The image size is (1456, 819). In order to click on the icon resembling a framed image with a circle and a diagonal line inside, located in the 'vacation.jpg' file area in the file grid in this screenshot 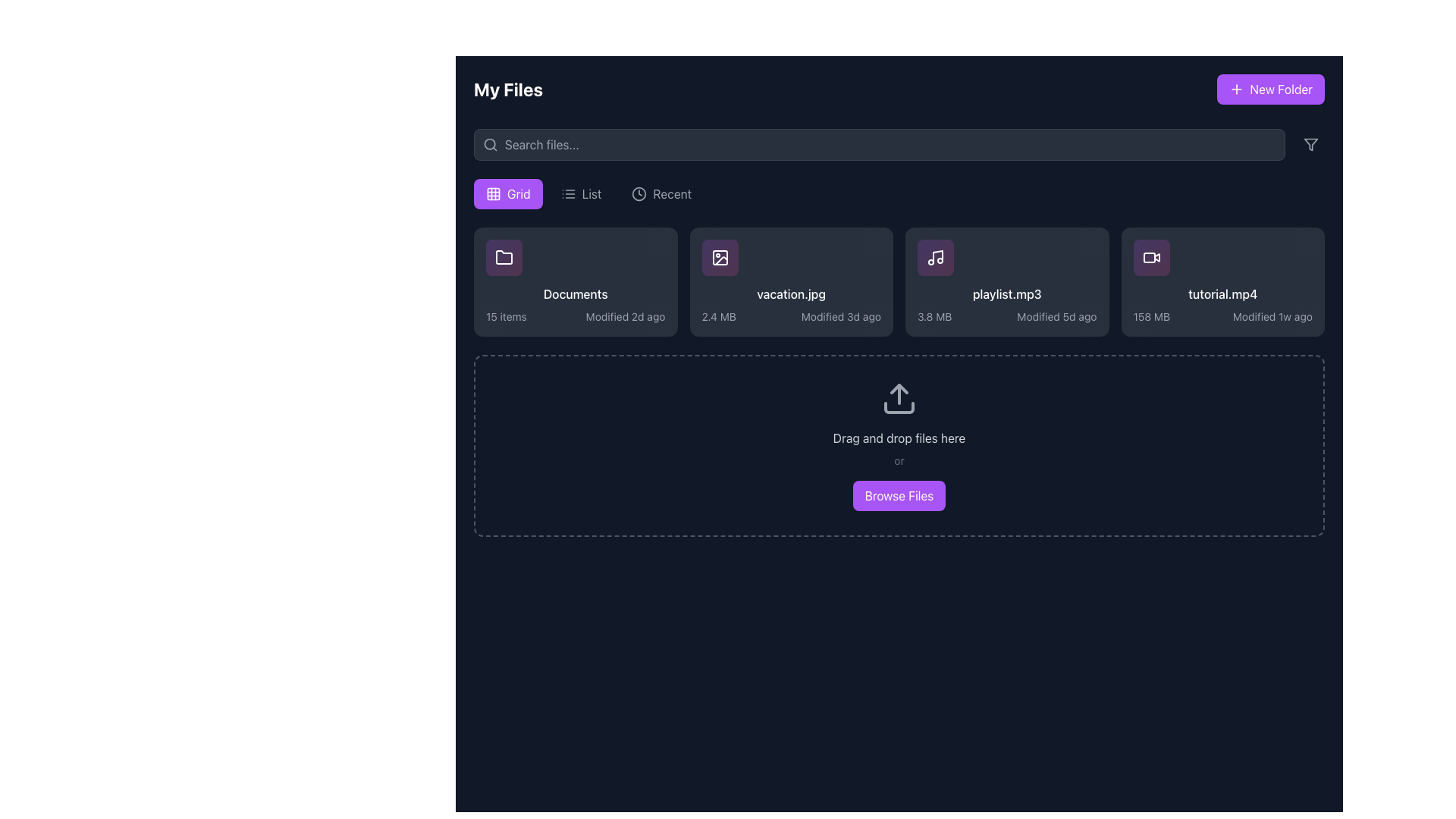, I will do `click(719, 256)`.